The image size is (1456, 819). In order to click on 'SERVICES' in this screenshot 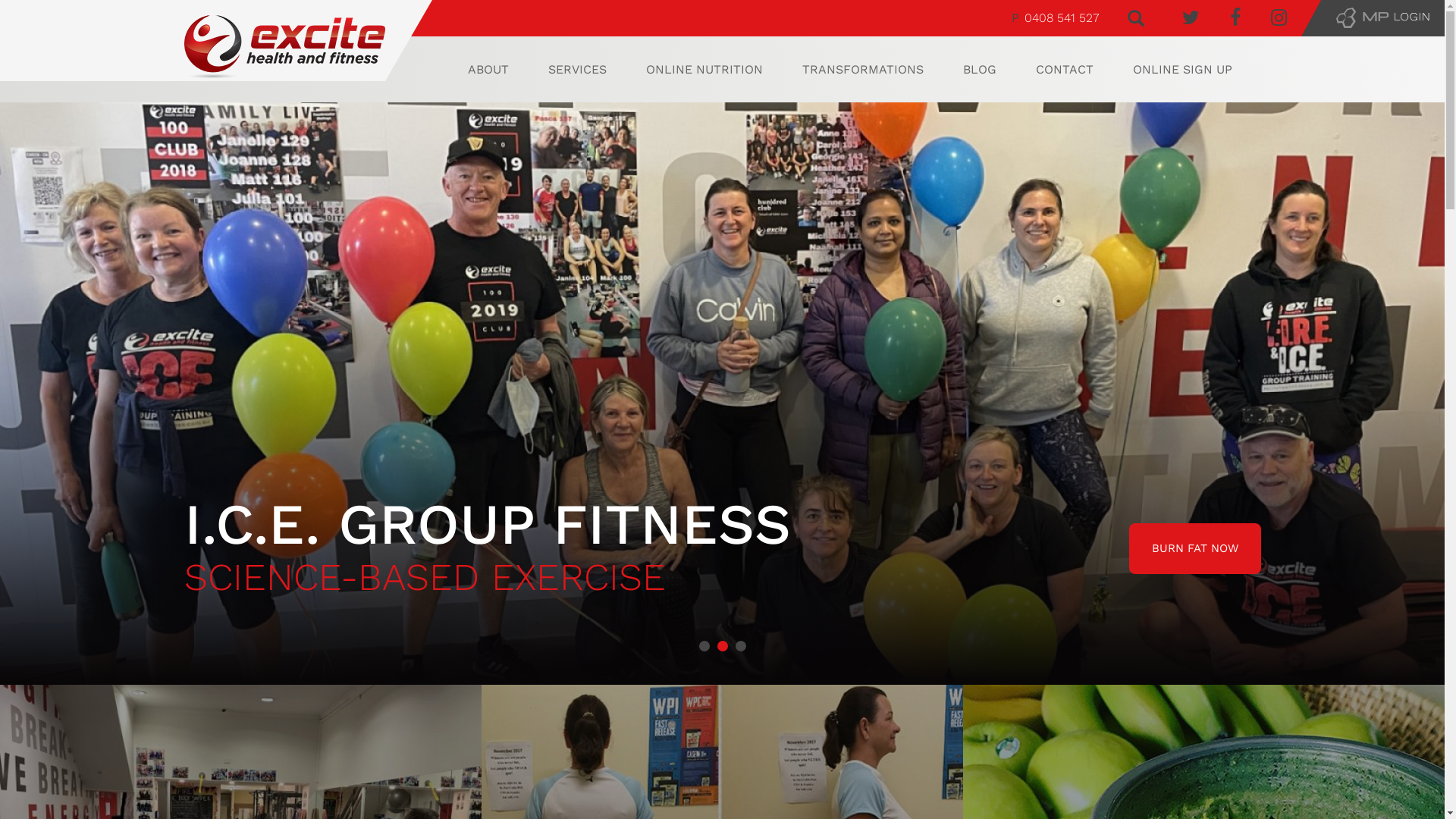, I will do `click(576, 69)`.